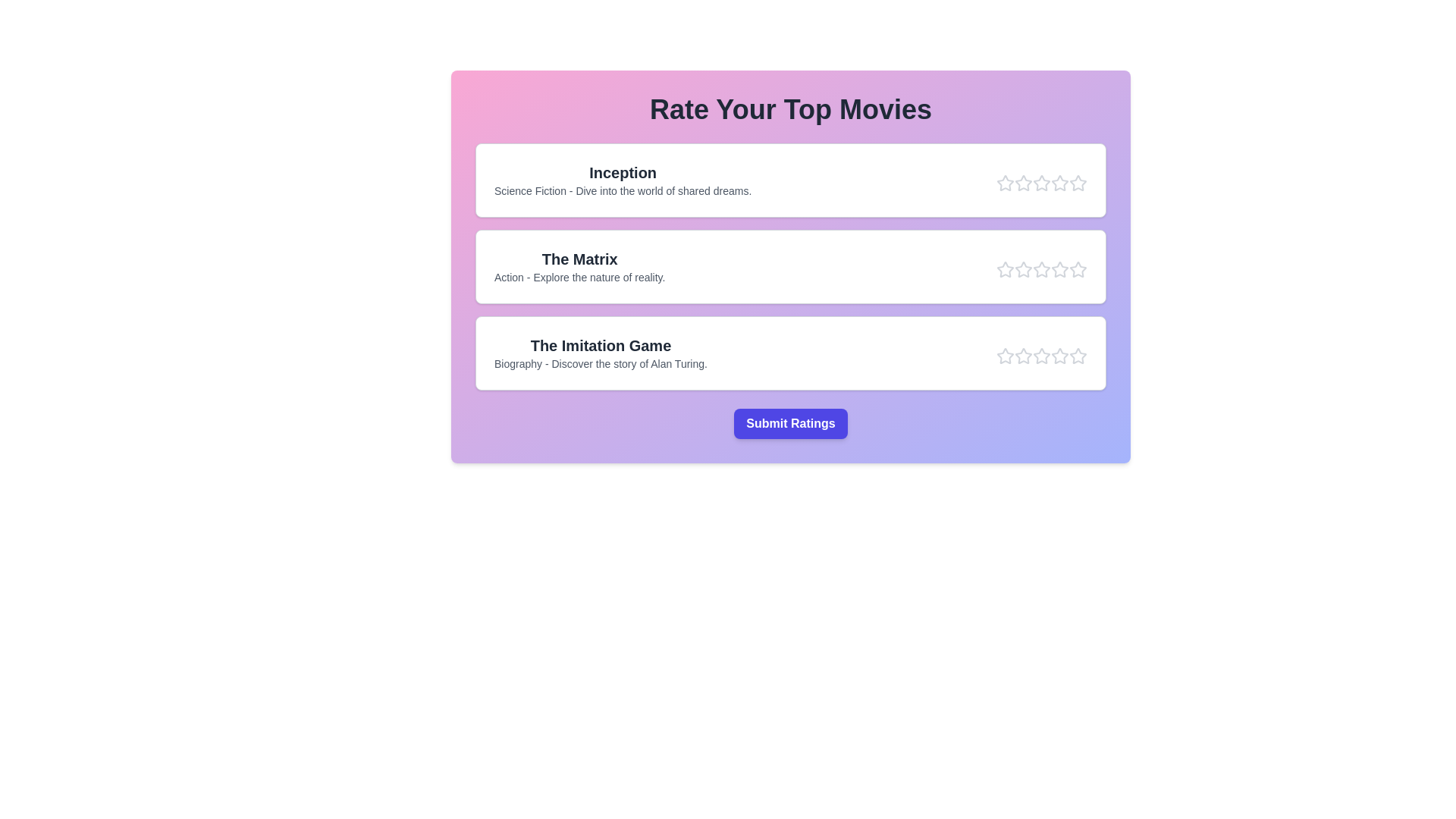  Describe the element at coordinates (623, 171) in the screenshot. I see `the movie title or description of Inception` at that location.